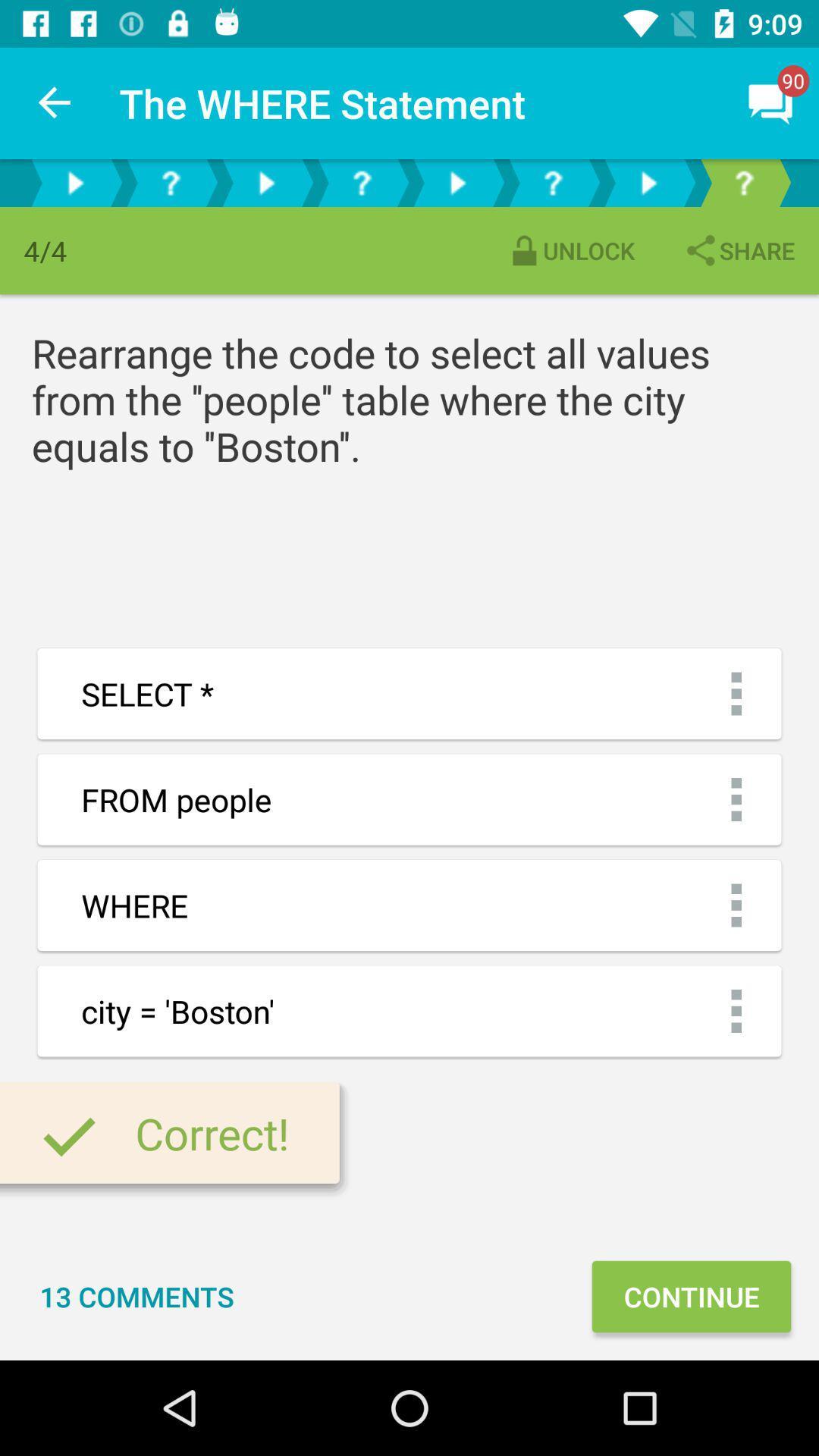 The image size is (819, 1456). What do you see at coordinates (136, 1295) in the screenshot?
I see `icon to the left of the continue` at bounding box center [136, 1295].